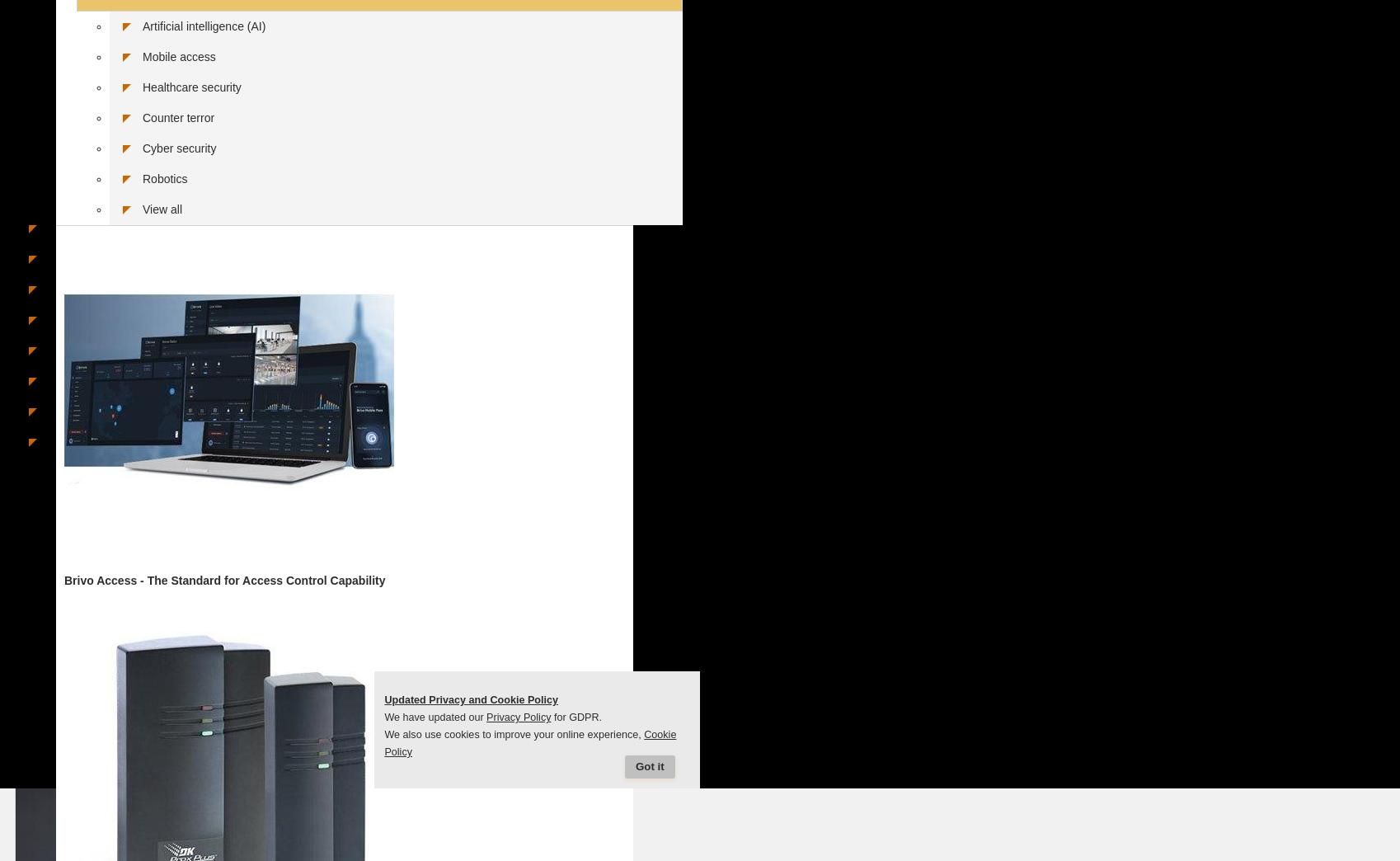 The height and width of the screenshot is (861, 1400). What do you see at coordinates (383, 699) in the screenshot?
I see `'Updated Privacy and Cookie Policy'` at bounding box center [383, 699].